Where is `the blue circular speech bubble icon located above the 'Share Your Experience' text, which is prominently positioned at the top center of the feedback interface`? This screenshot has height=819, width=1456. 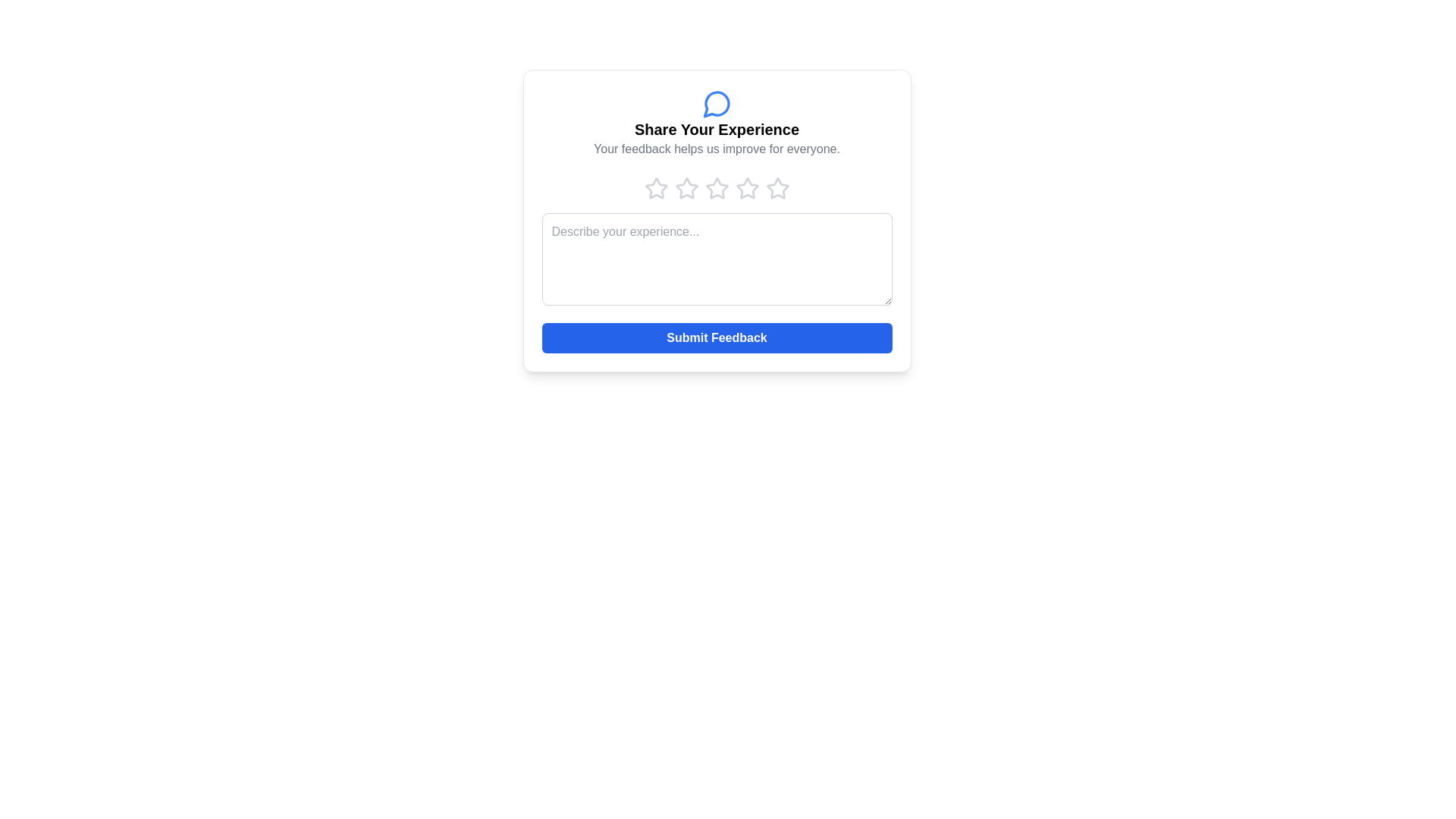
the blue circular speech bubble icon located above the 'Share Your Experience' text, which is prominently positioned at the top center of the feedback interface is located at coordinates (716, 103).